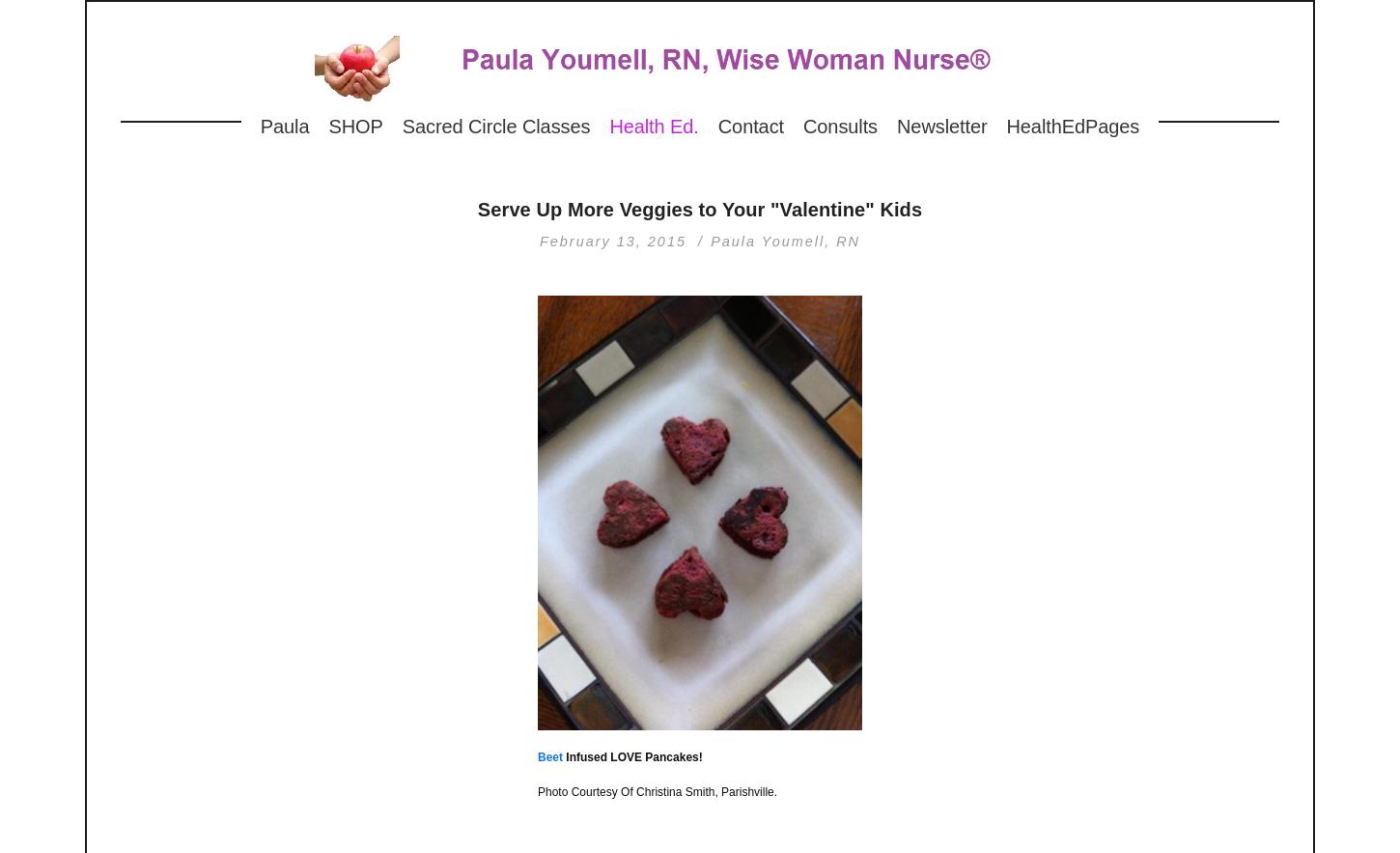 The height and width of the screenshot is (853, 1400). Describe the element at coordinates (630, 756) in the screenshot. I see `'Infused LOVE Pancakes!'` at that location.